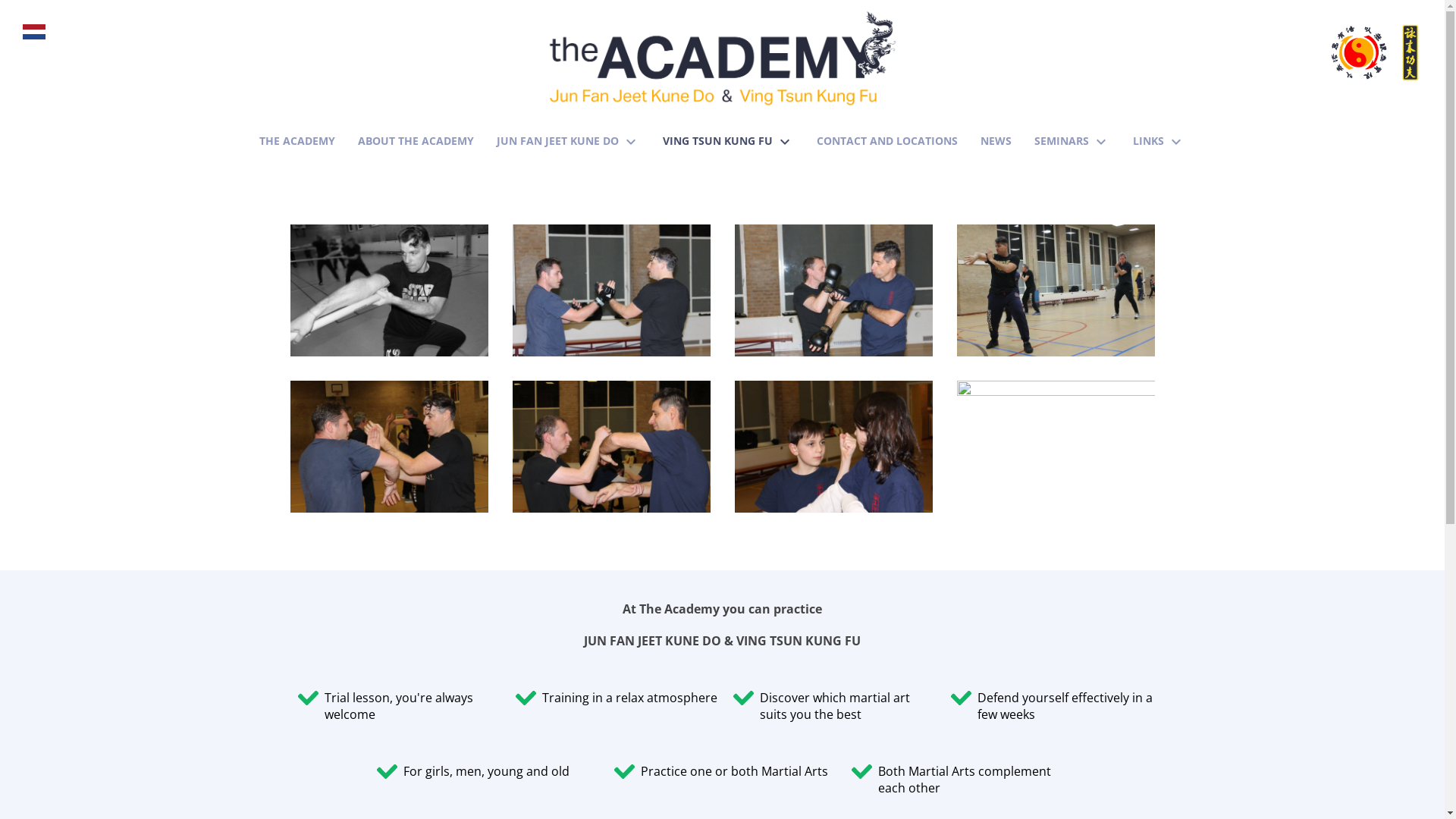  Describe the element at coordinates (980, 138) in the screenshot. I see `'NEWS'` at that location.